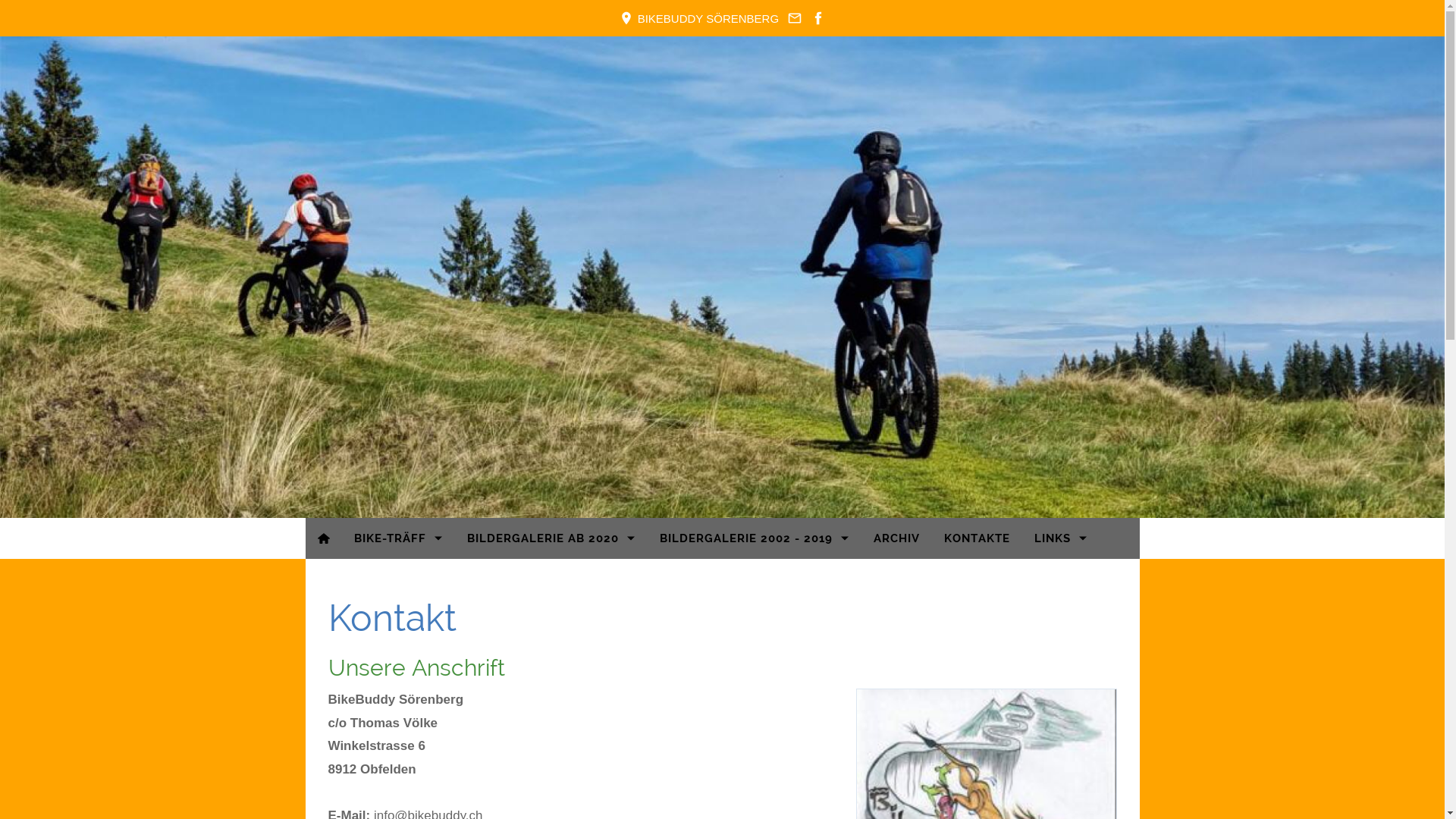 The image size is (1456, 819). Describe the element at coordinates (976, 537) in the screenshot. I see `'KONTAKTE'` at that location.